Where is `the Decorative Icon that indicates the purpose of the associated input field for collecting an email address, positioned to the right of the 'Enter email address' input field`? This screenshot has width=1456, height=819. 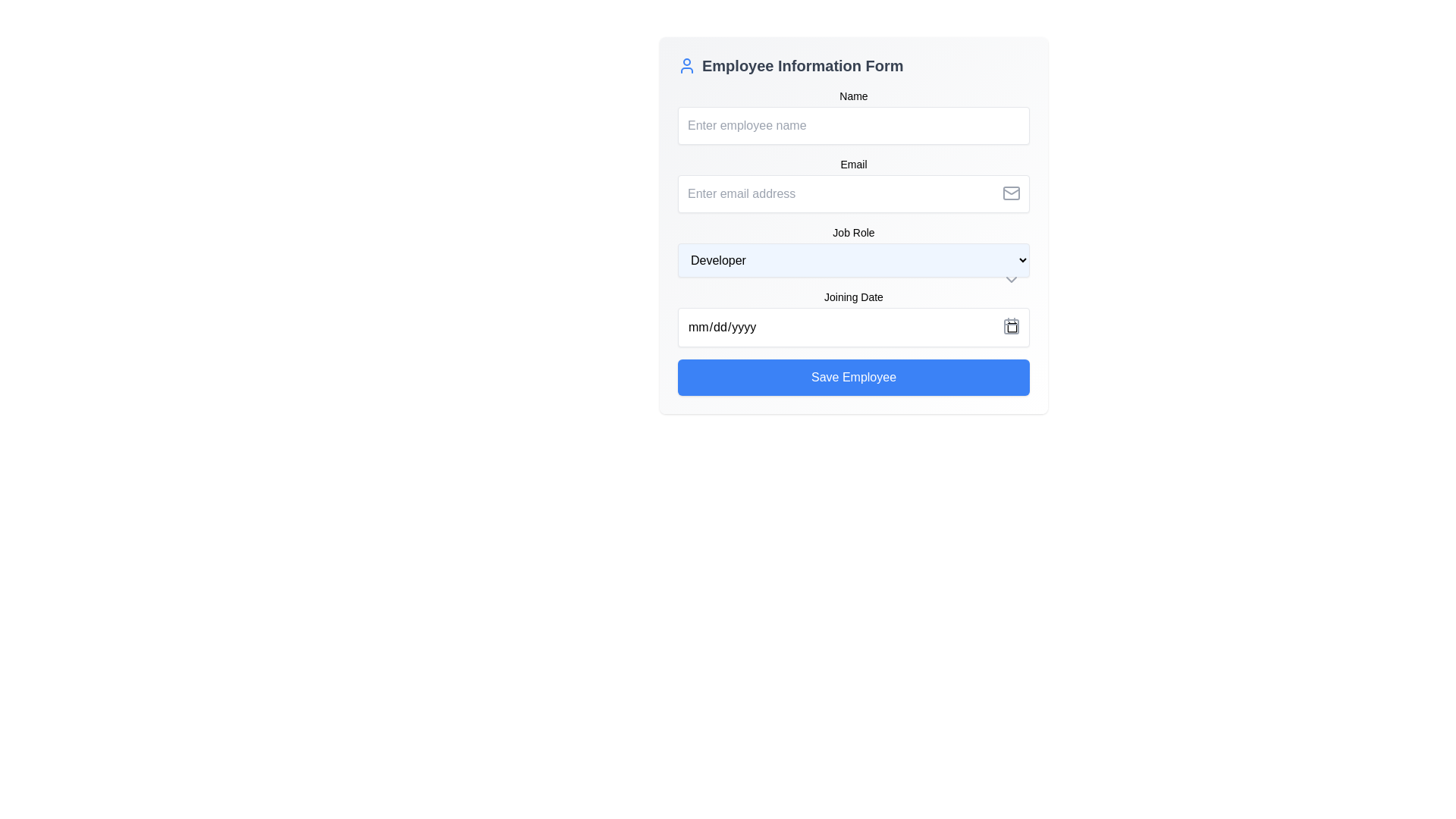
the Decorative Icon that indicates the purpose of the associated input field for collecting an email address, positioned to the right of the 'Enter email address' input field is located at coordinates (1012, 192).